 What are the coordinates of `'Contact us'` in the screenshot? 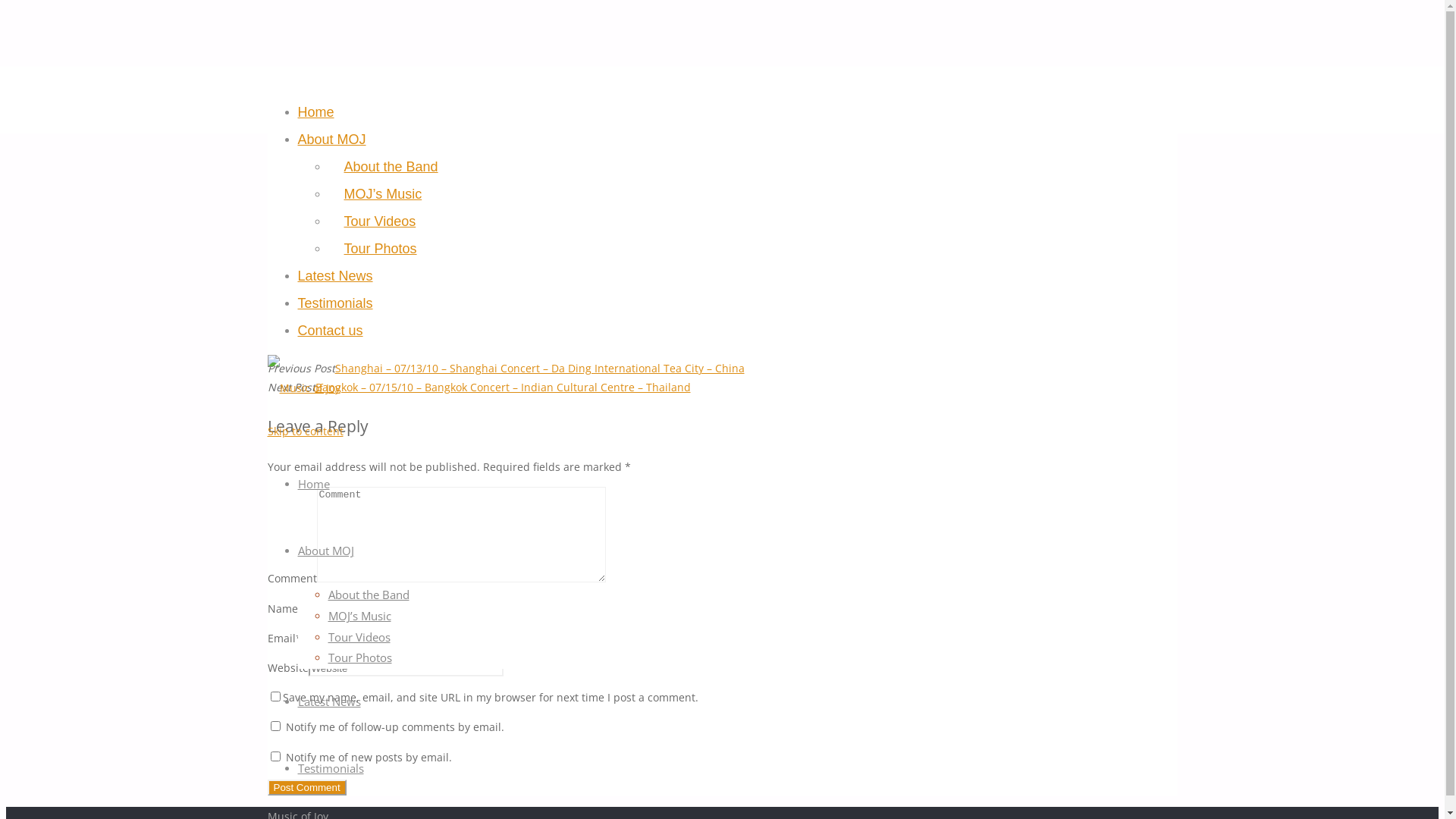 It's located at (329, 330).